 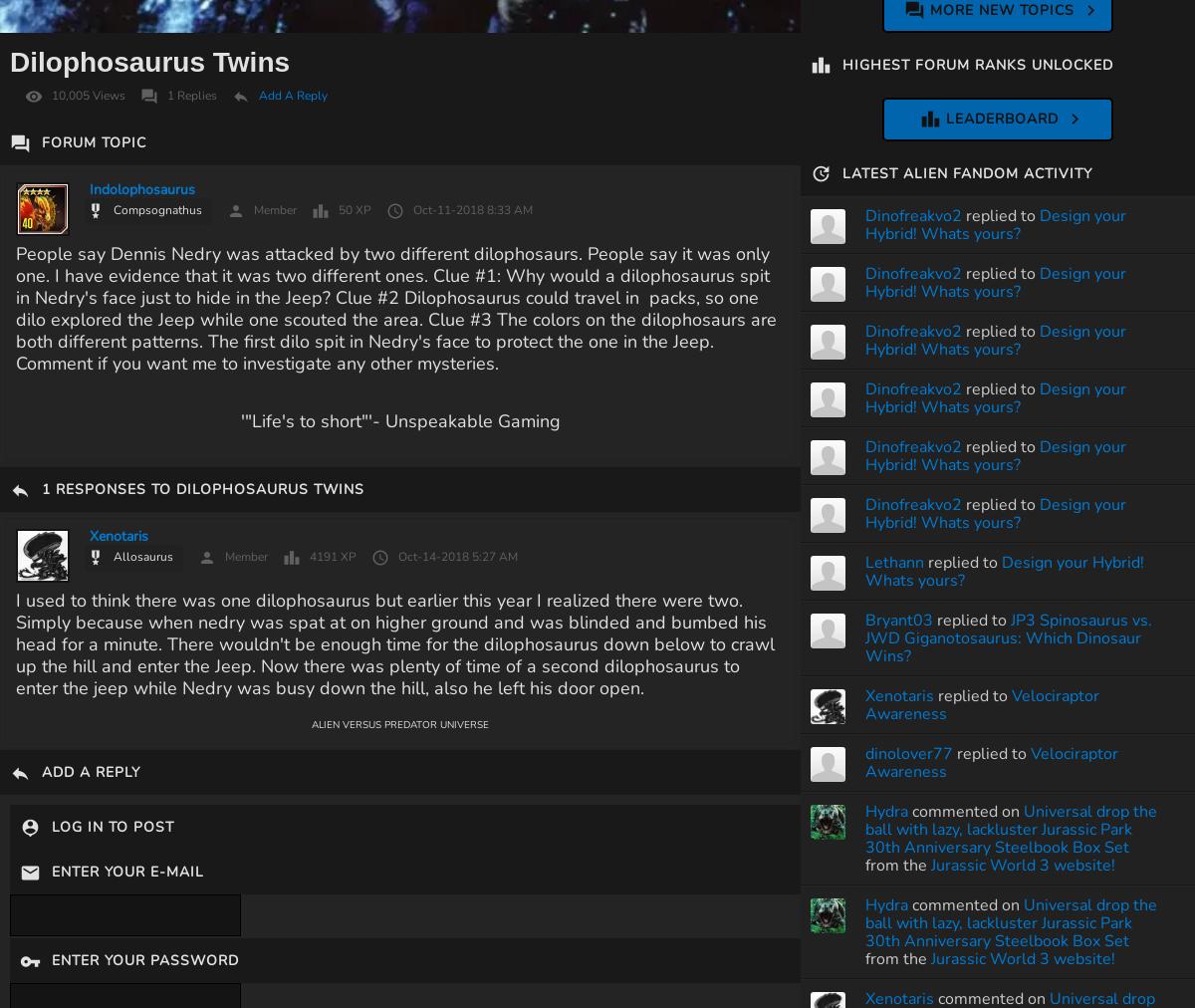 I want to click on 'Enter Your E-Mail', so click(x=126, y=870).